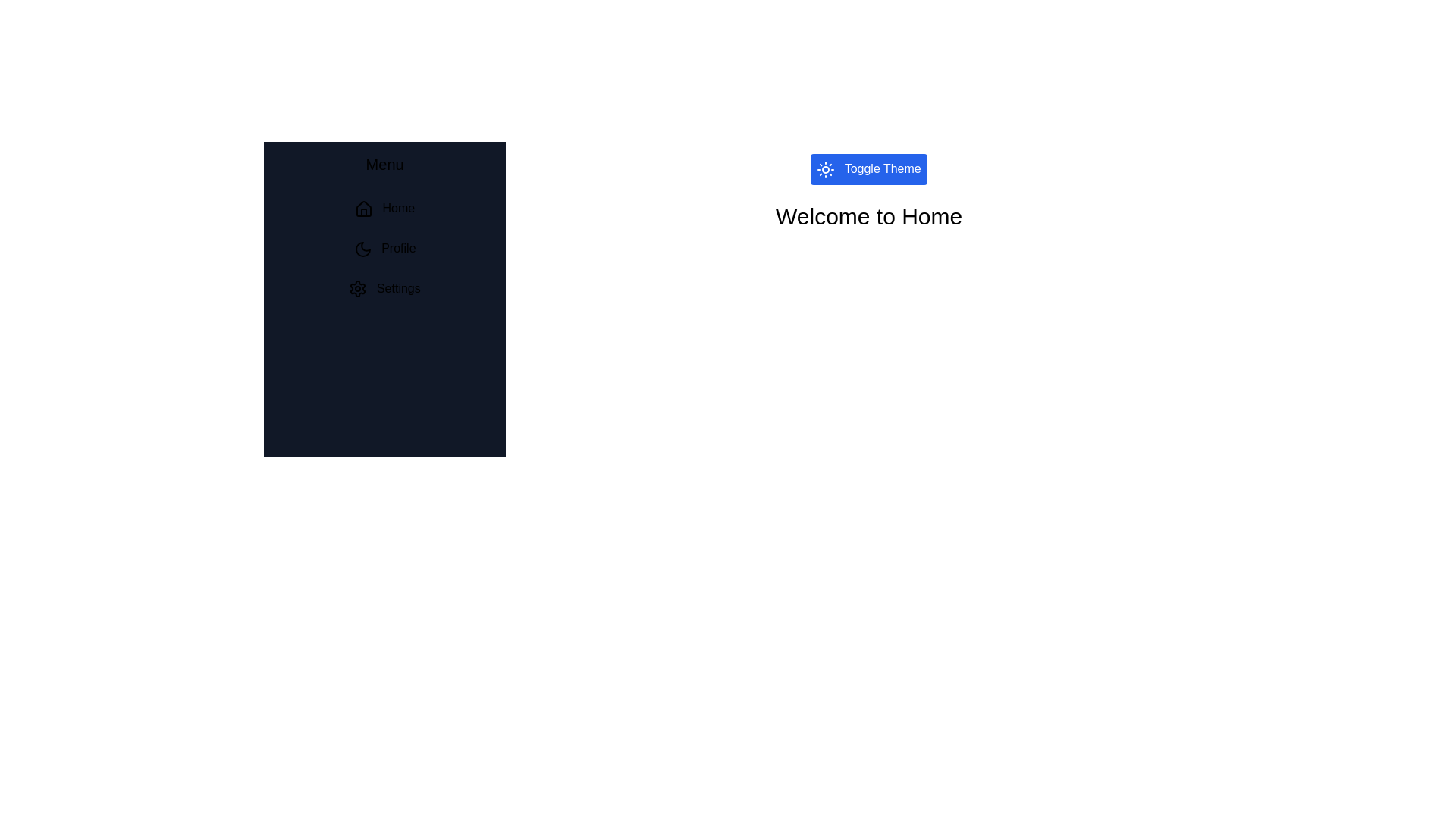 Image resolution: width=1456 pixels, height=819 pixels. Describe the element at coordinates (384, 288) in the screenshot. I see `the Settings section from the menu` at that location.